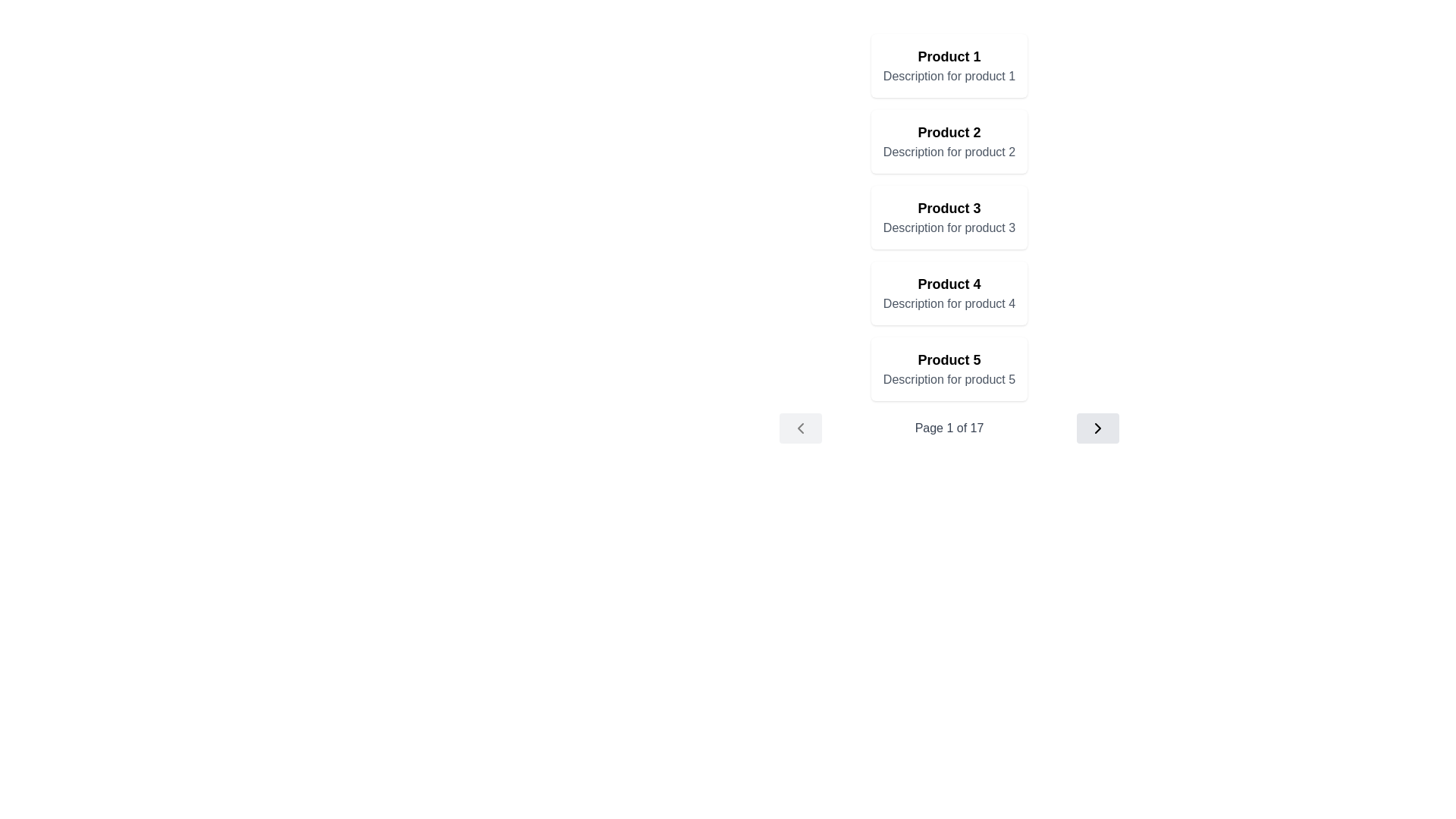 The width and height of the screenshot is (1456, 819). What do you see at coordinates (949, 55) in the screenshot?
I see `the bold text label 'Product 1' which is the first heading in the list of product cards, positioned above smaller descriptive text within a white card` at bounding box center [949, 55].